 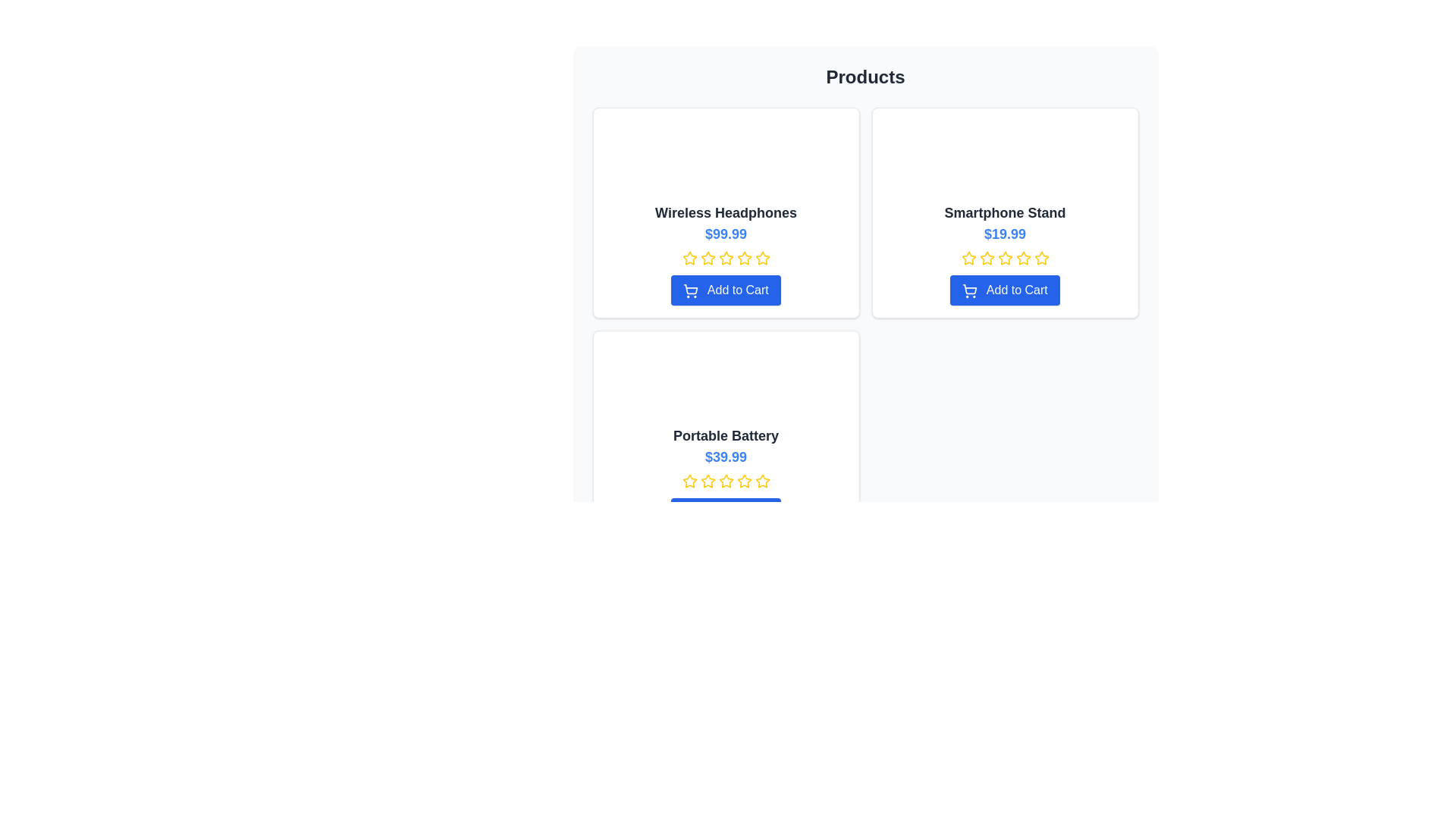 What do you see at coordinates (987, 257) in the screenshot?
I see `the second star icon in the rating mechanism beneath the '$19.99' price label for the 'Smartphone Stand'` at bounding box center [987, 257].